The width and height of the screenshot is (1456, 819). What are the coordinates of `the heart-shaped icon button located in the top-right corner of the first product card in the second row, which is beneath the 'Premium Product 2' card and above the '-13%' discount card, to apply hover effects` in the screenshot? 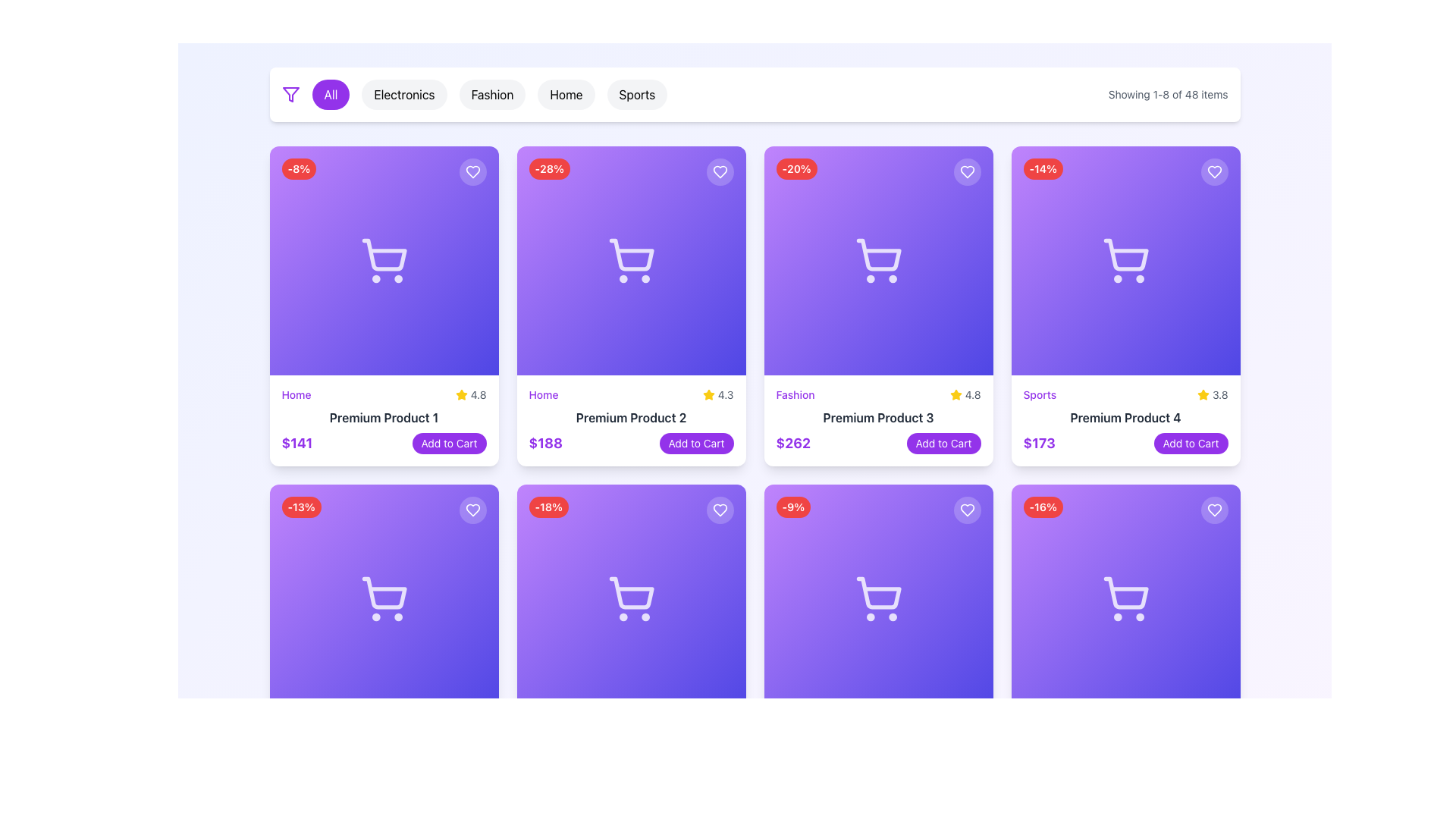 It's located at (472, 510).